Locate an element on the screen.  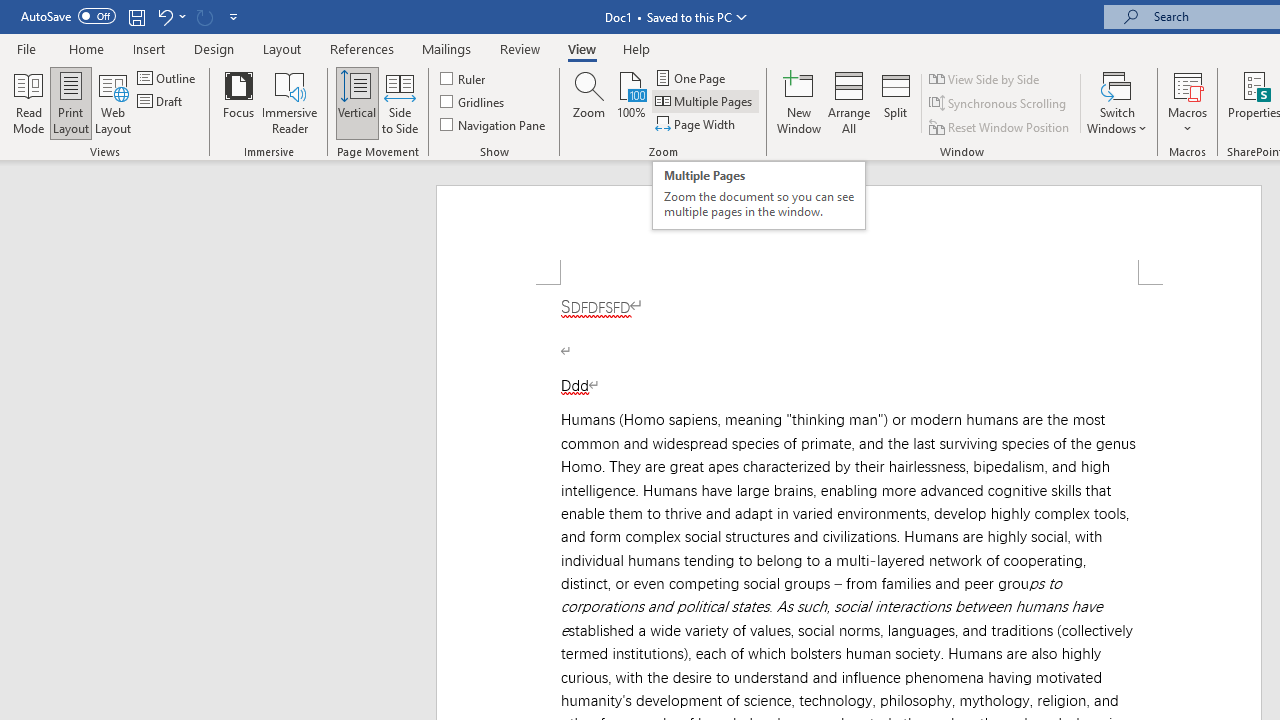
'Vertical' is located at coordinates (357, 103).